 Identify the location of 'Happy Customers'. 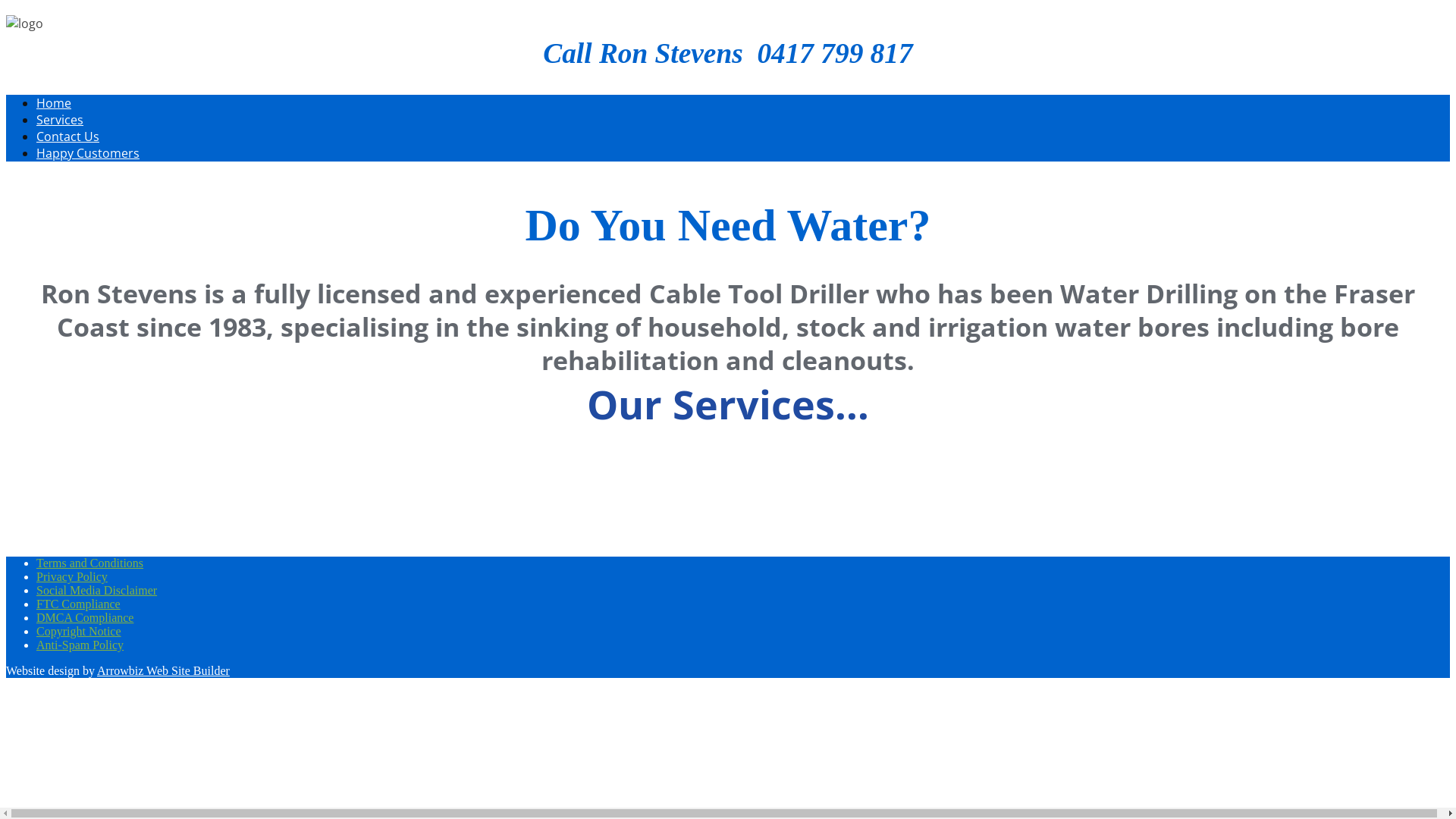
(86, 152).